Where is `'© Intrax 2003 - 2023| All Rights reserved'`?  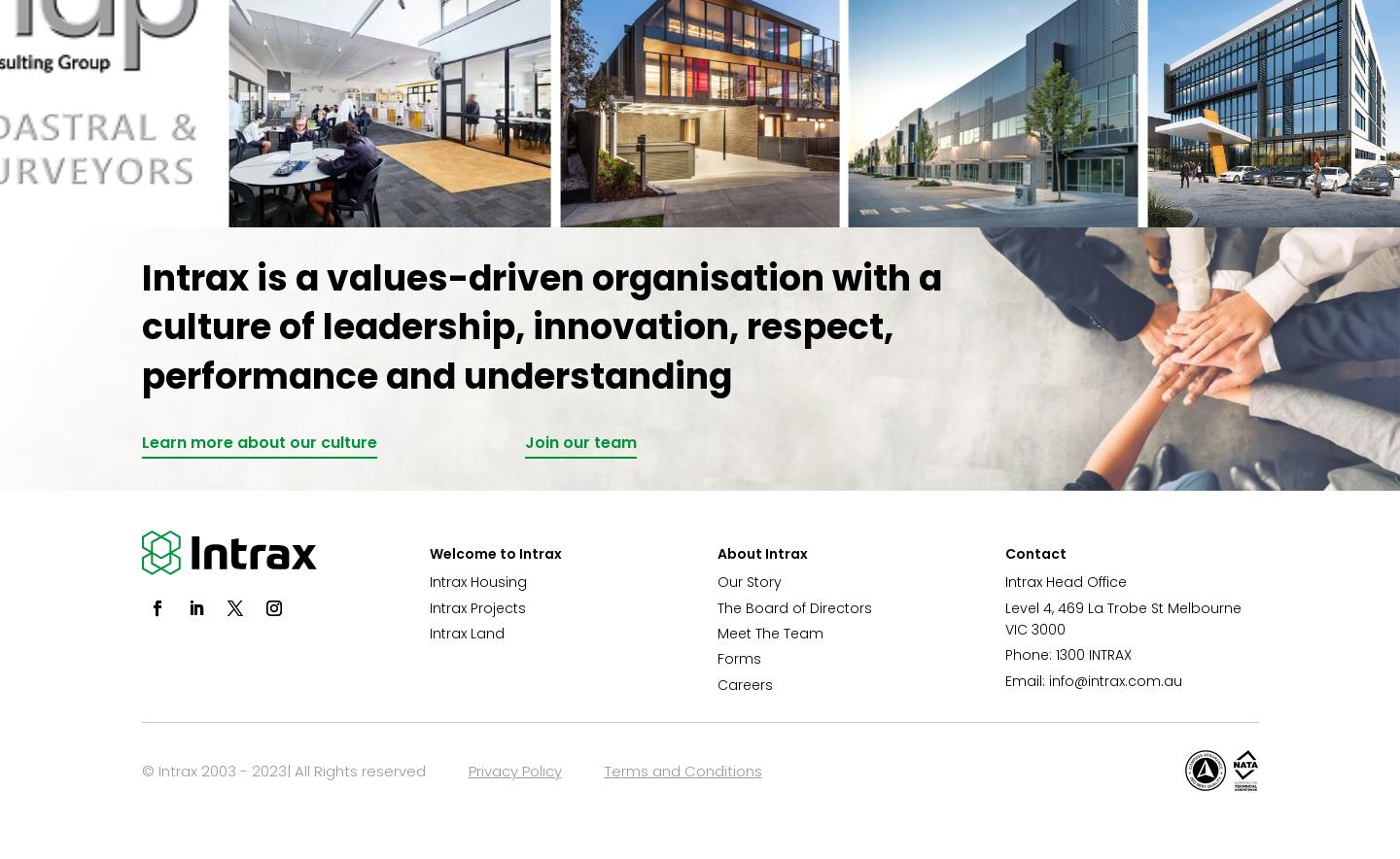
'© Intrax 2003 - 2023| All Rights reserved' is located at coordinates (304, 769).